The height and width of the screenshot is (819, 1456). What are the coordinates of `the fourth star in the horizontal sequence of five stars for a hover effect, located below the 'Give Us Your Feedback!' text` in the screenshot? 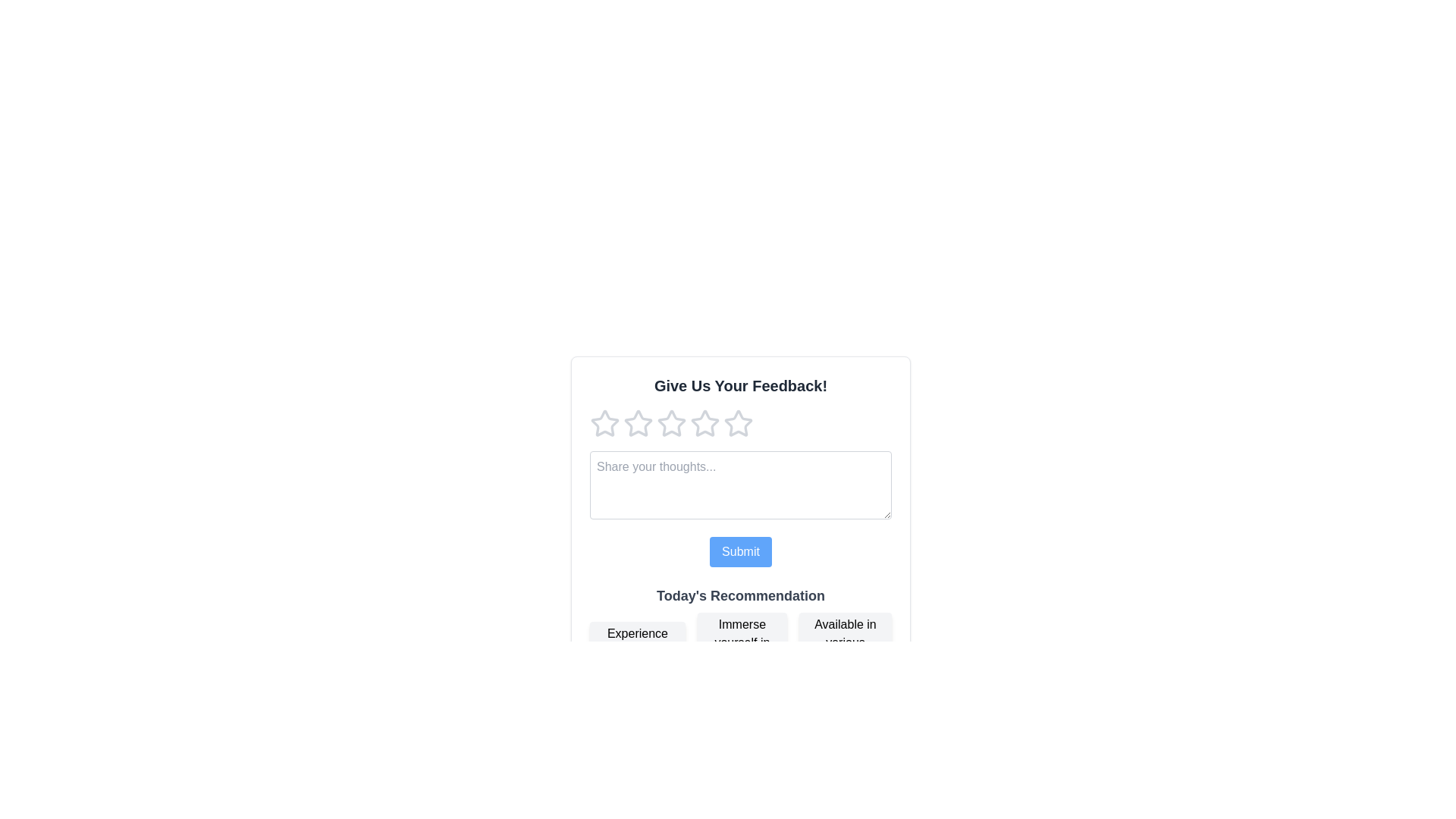 It's located at (739, 423).